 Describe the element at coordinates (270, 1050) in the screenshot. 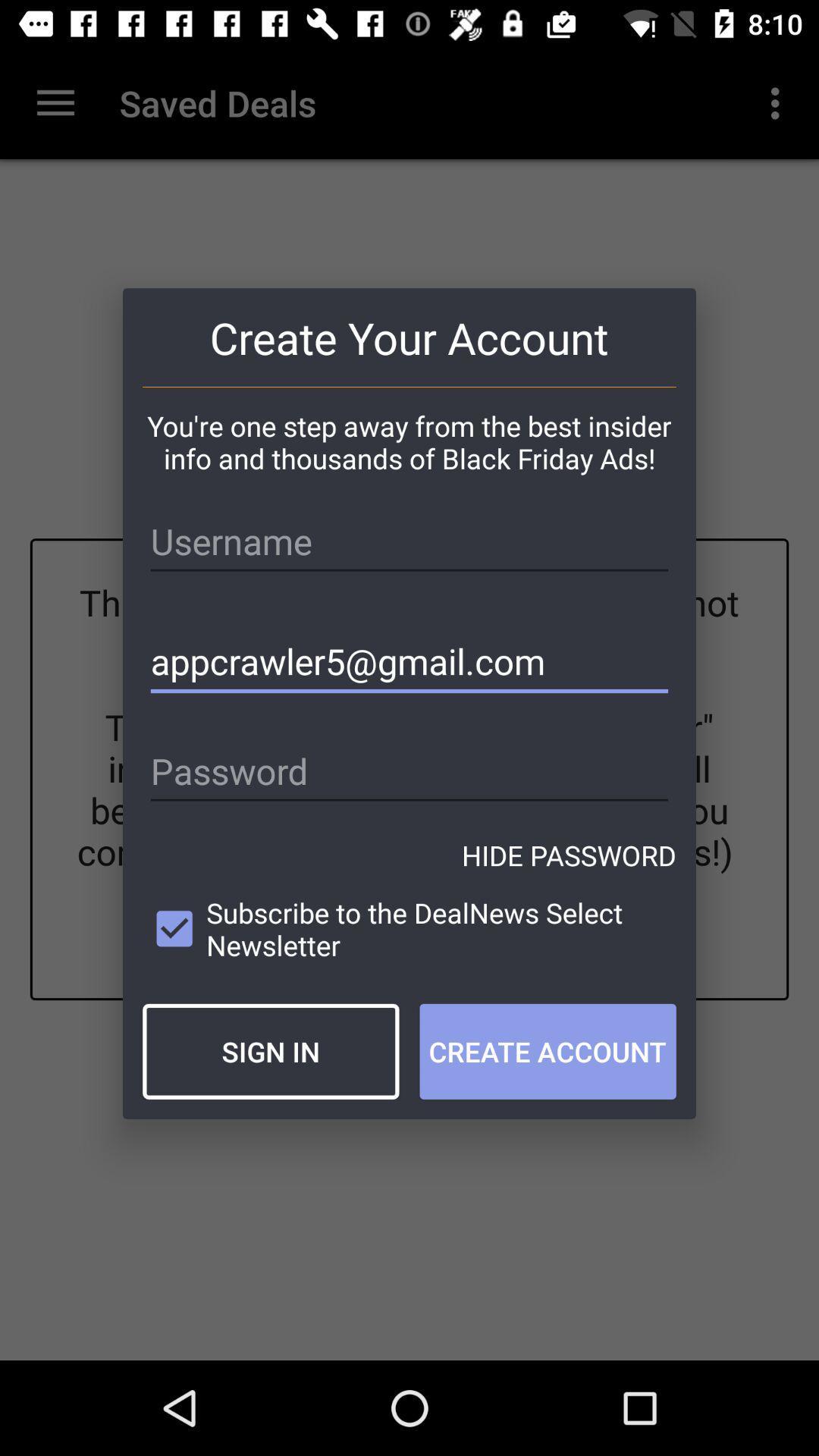

I see `the item to the left of the create account icon` at that location.